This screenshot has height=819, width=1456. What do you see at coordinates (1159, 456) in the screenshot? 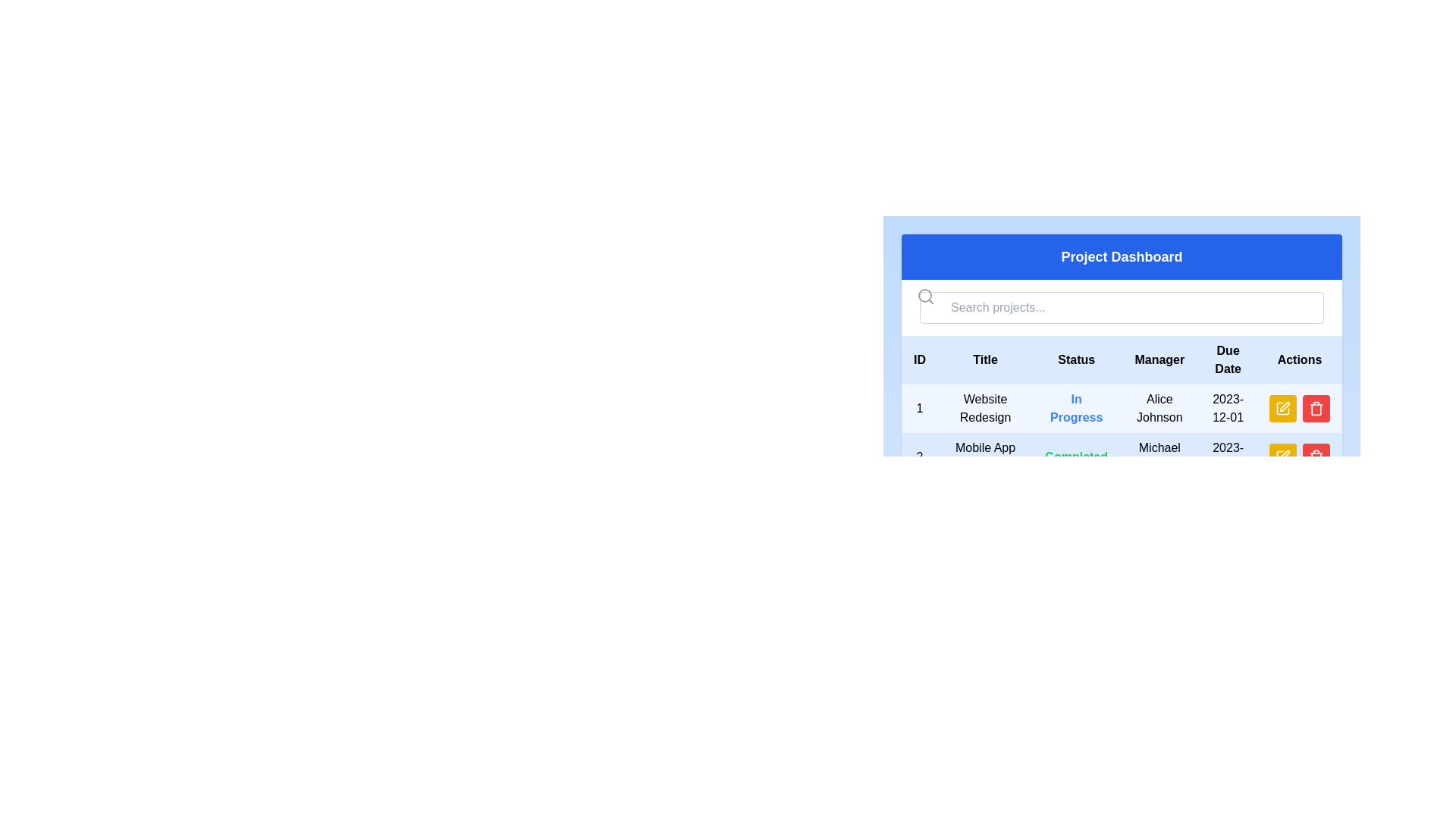
I see `the text label 'Michael Brown' which is located in the 'Manager' column of the second row of data, styled in a standard font with a dark color against a light background` at bounding box center [1159, 456].